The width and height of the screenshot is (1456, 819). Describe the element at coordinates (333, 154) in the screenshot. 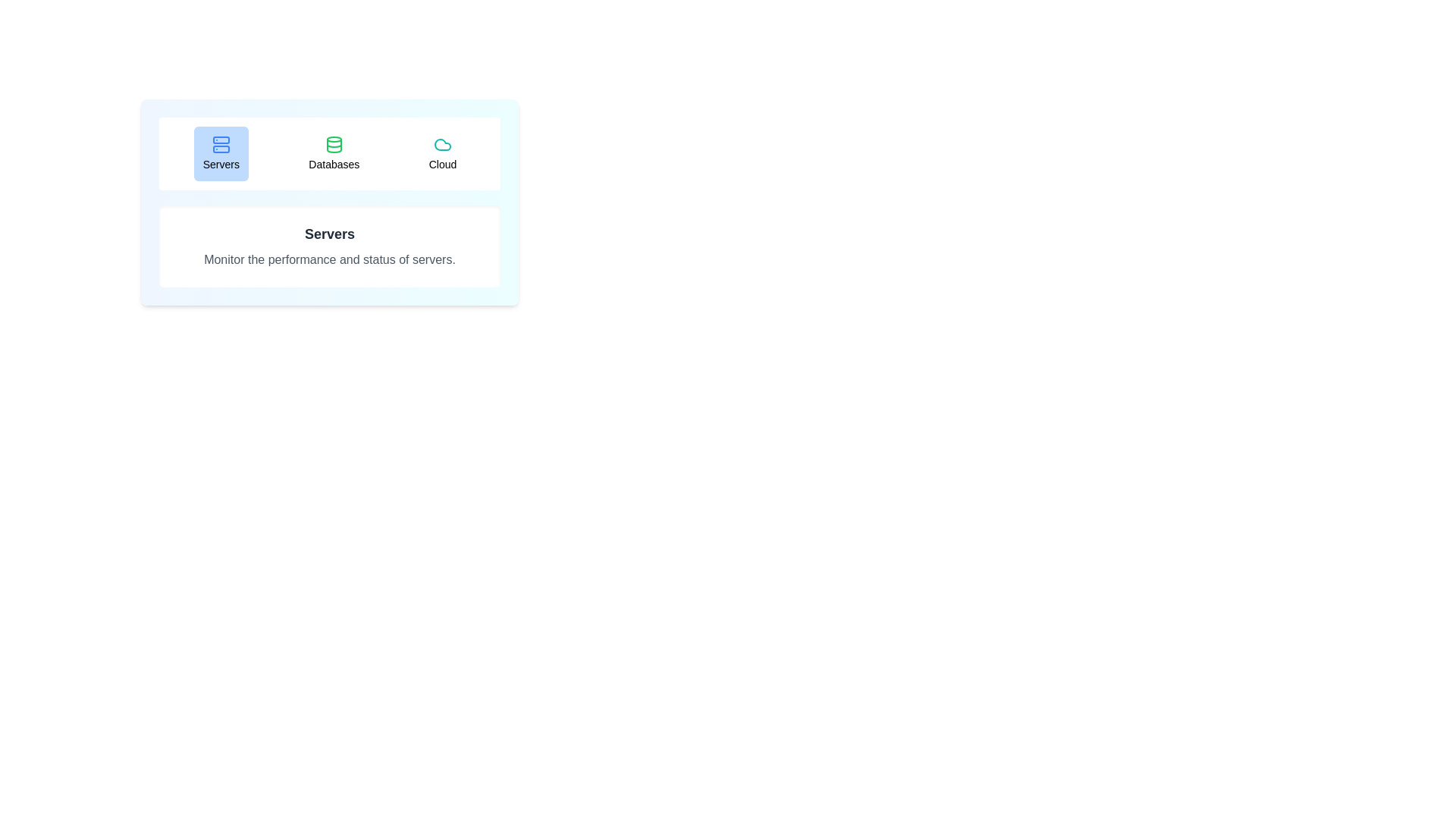

I see `the Databases tab to view its content` at that location.